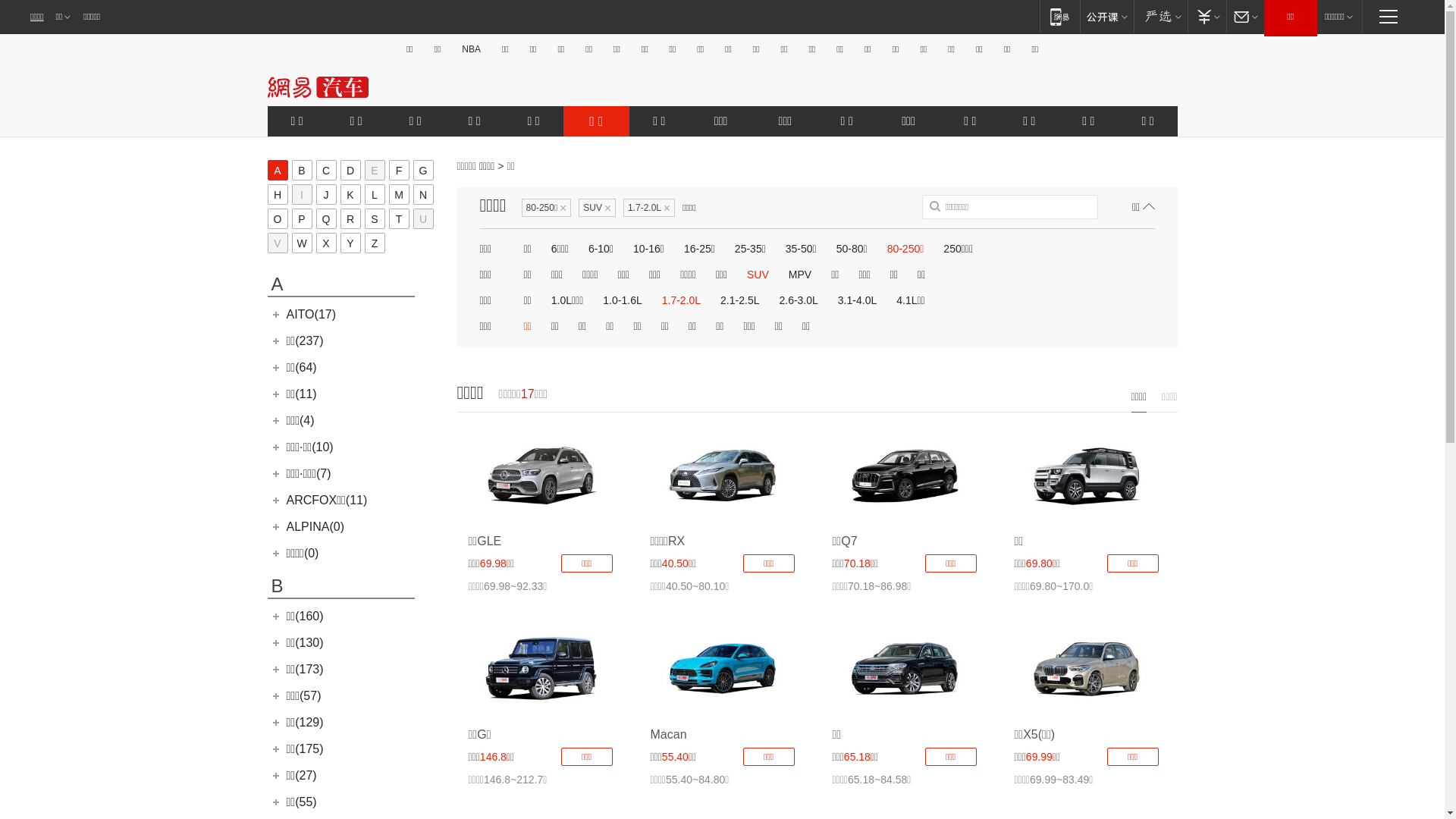 Image resolution: width=1456 pixels, height=819 pixels. I want to click on 'A', so click(266, 170).